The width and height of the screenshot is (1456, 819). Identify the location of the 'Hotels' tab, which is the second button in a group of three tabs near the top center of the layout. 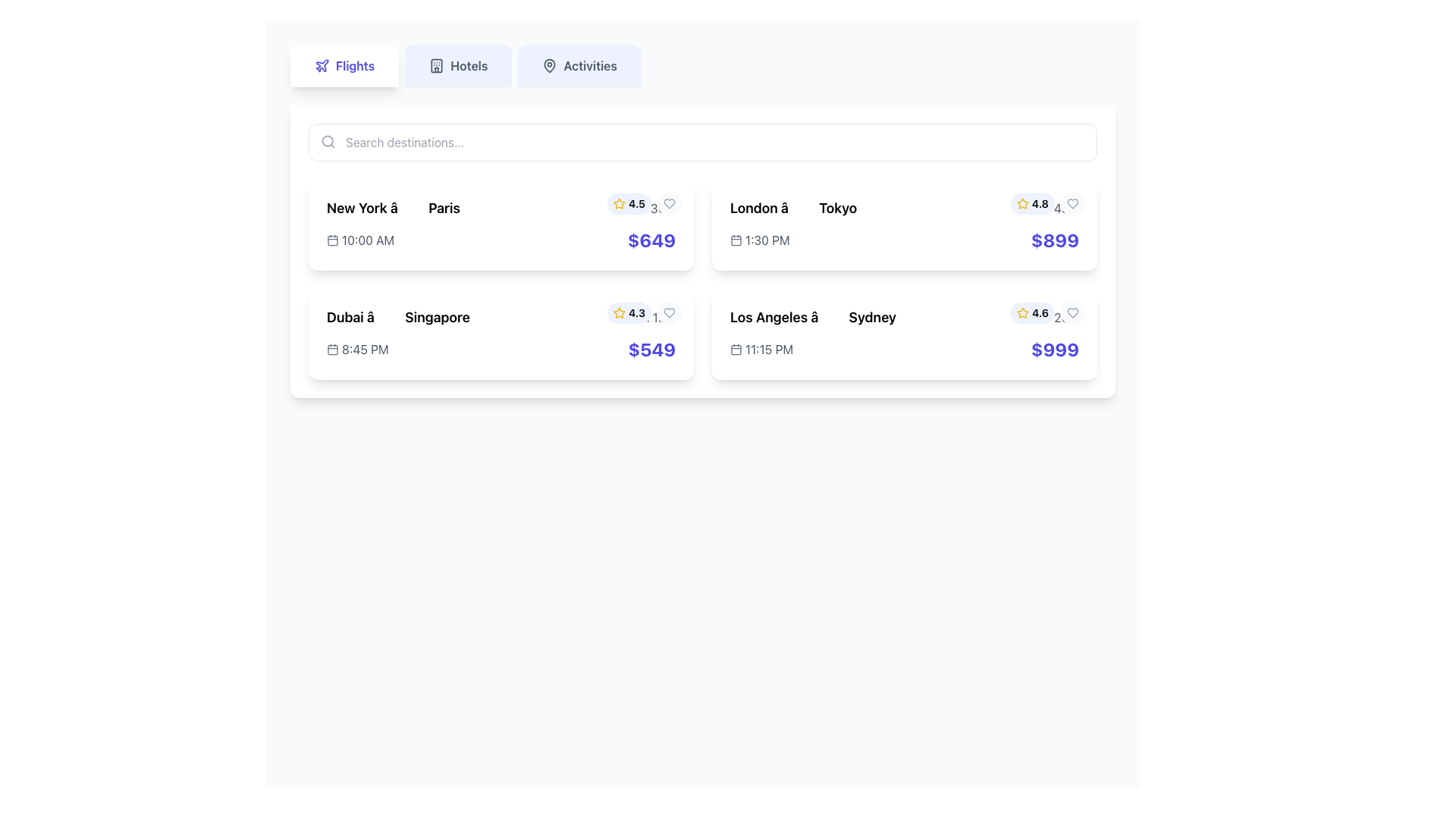
(457, 65).